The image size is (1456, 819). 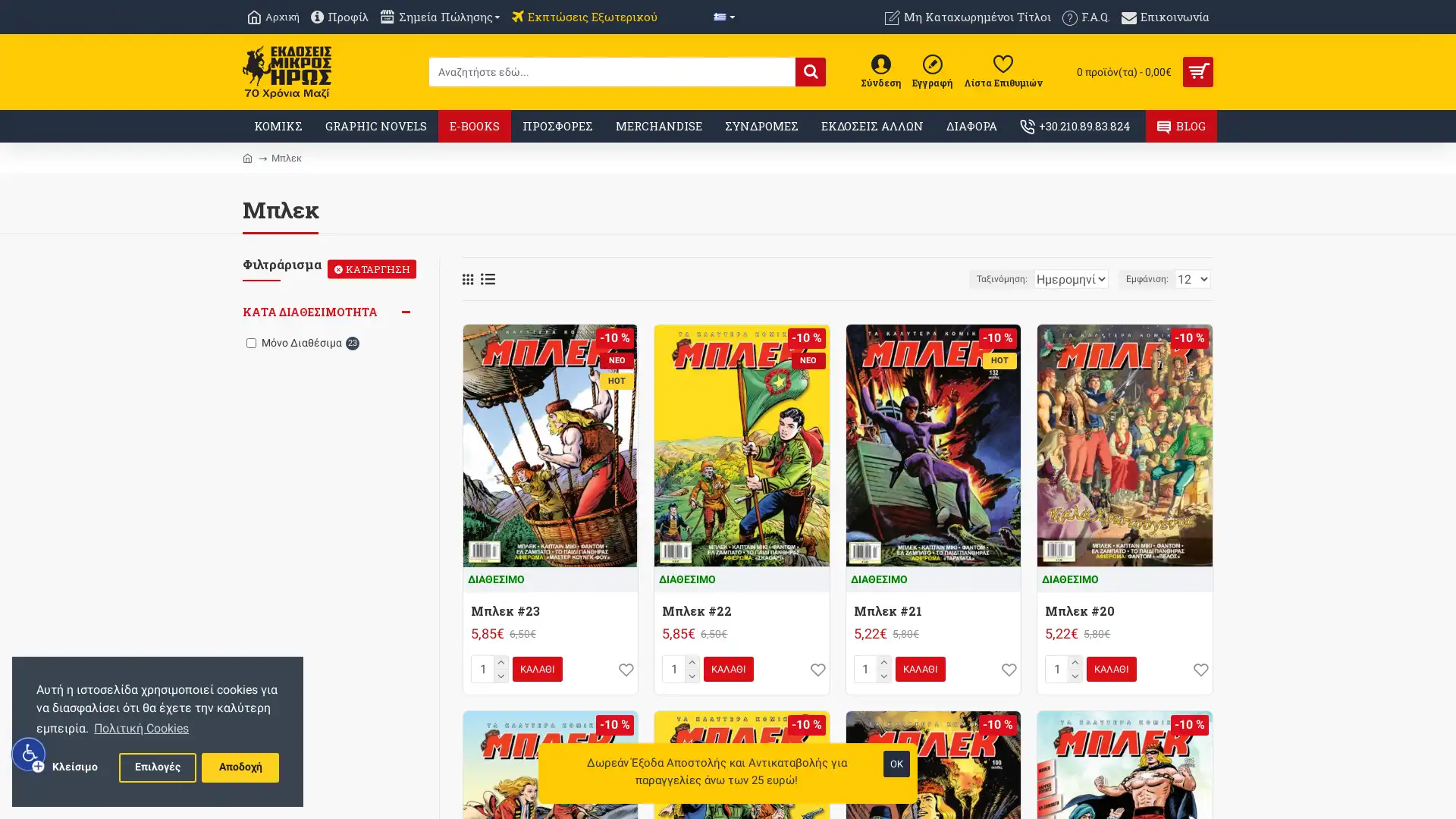 What do you see at coordinates (141, 727) in the screenshot?
I see `learn more about cookies` at bounding box center [141, 727].